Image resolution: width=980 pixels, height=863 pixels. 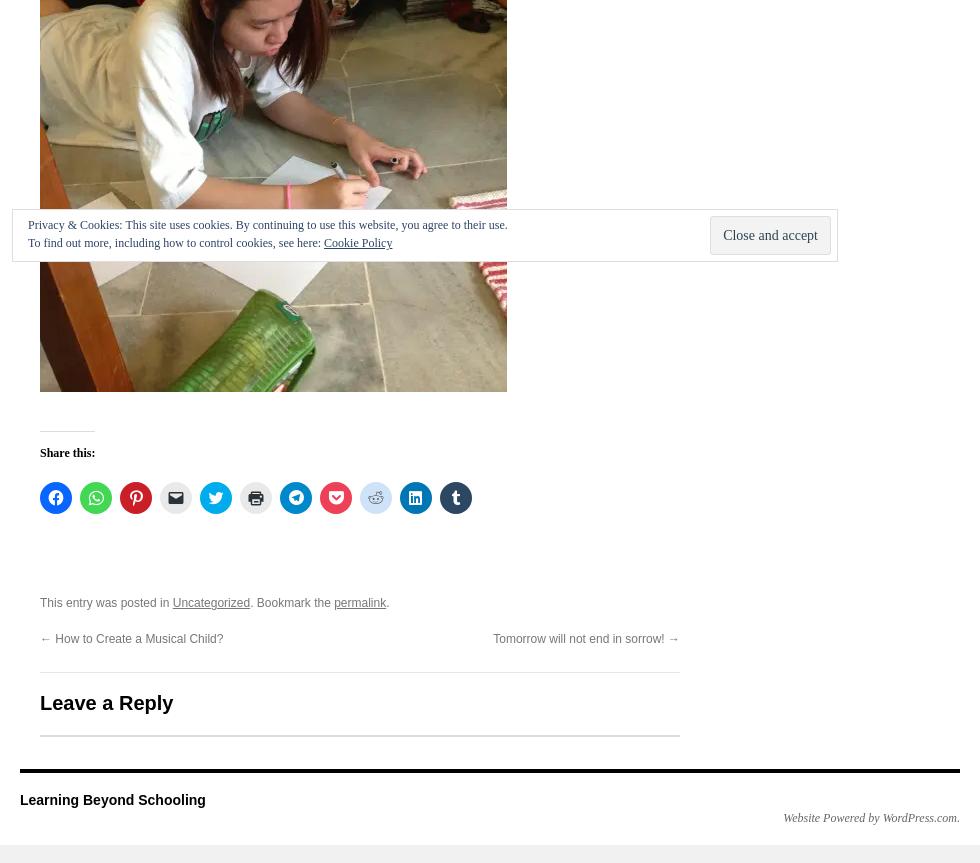 I want to click on 'Learning Beyond Schooling', so click(x=112, y=799).